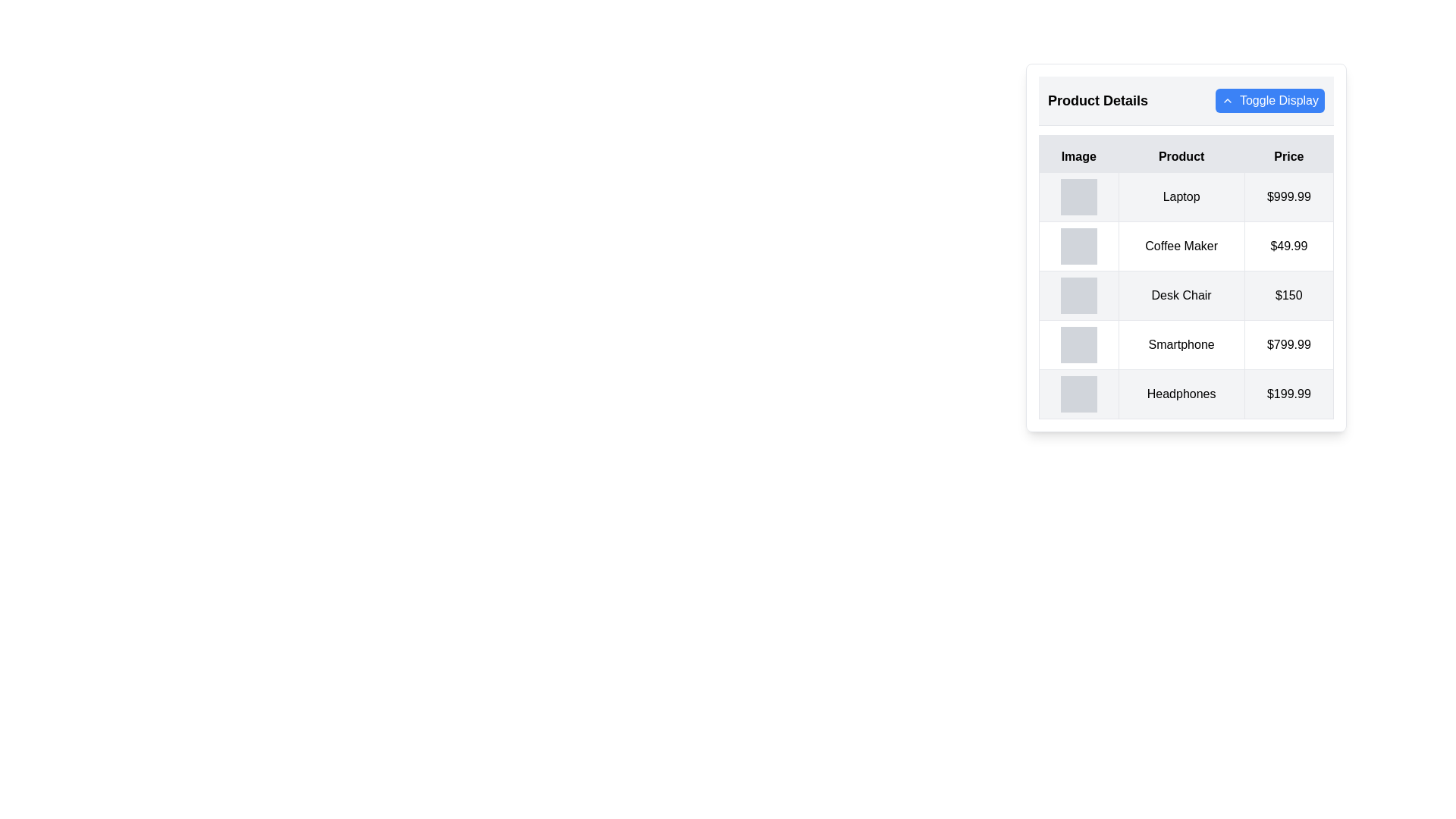  Describe the element at coordinates (1181, 345) in the screenshot. I see `the text label for the product 'Smartphone' located in the fourth row of the table under the 'Product' column` at that location.